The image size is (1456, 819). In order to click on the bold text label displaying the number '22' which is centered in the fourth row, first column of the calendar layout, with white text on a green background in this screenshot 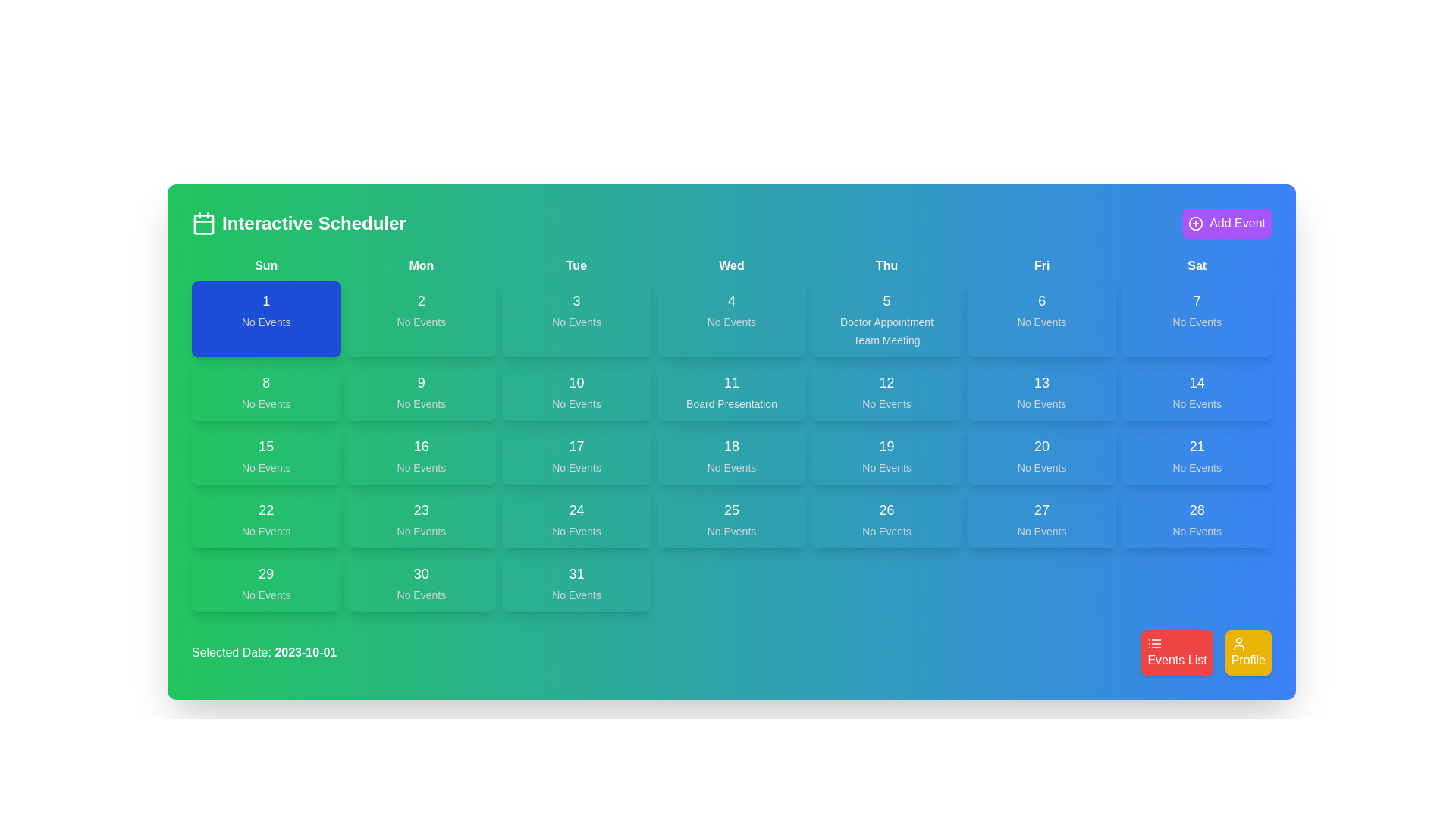, I will do `click(266, 510)`.